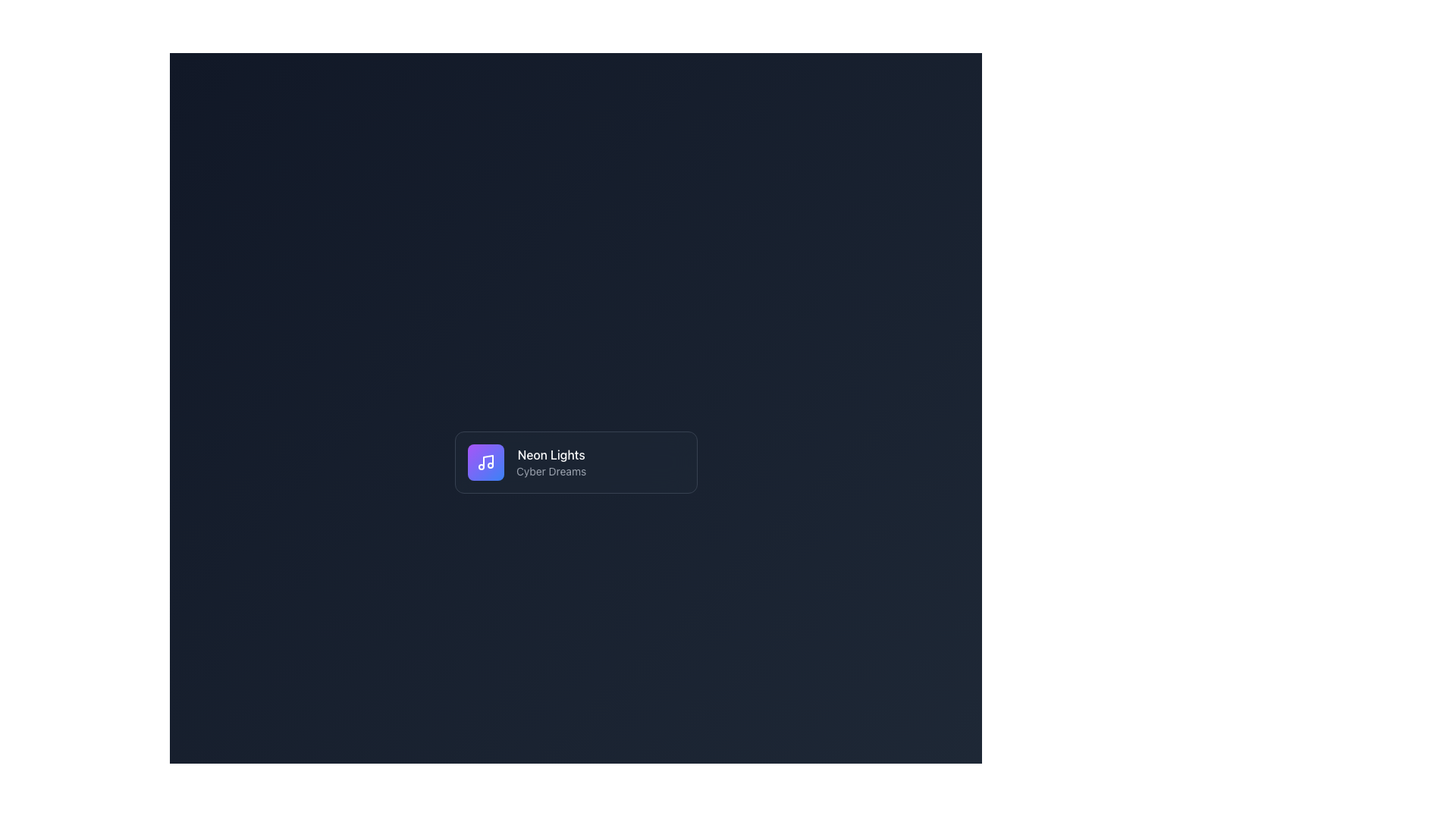 Image resolution: width=1456 pixels, height=819 pixels. What do you see at coordinates (550, 461) in the screenshot?
I see `the textual content display area that shows the title and subtitle of a music item, located to the right of a colorful music note icon` at bounding box center [550, 461].